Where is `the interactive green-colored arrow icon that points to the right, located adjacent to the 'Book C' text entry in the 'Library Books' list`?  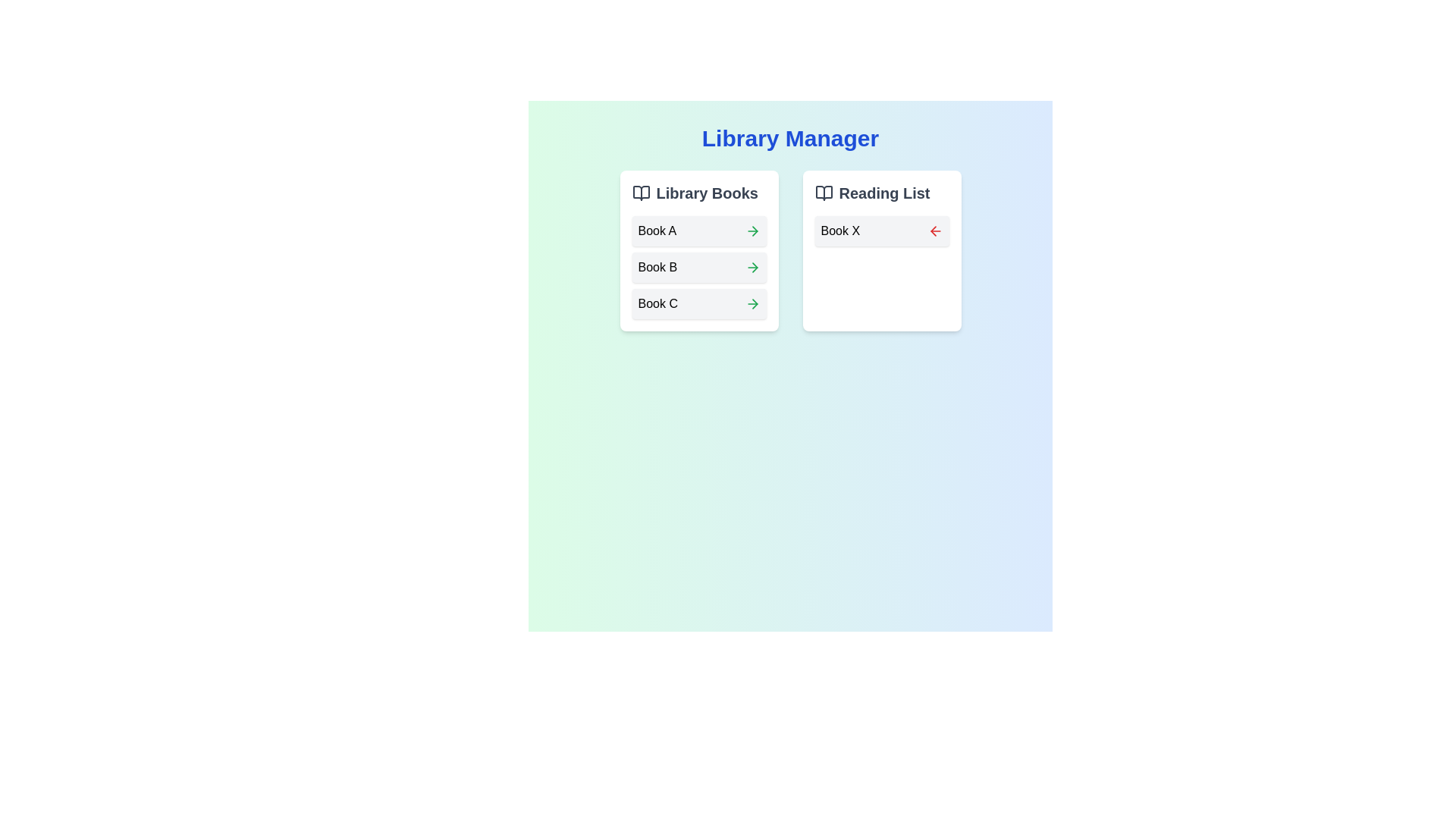 the interactive green-colored arrow icon that points to the right, located adjacent to the 'Book C' text entry in the 'Library Books' list is located at coordinates (752, 304).